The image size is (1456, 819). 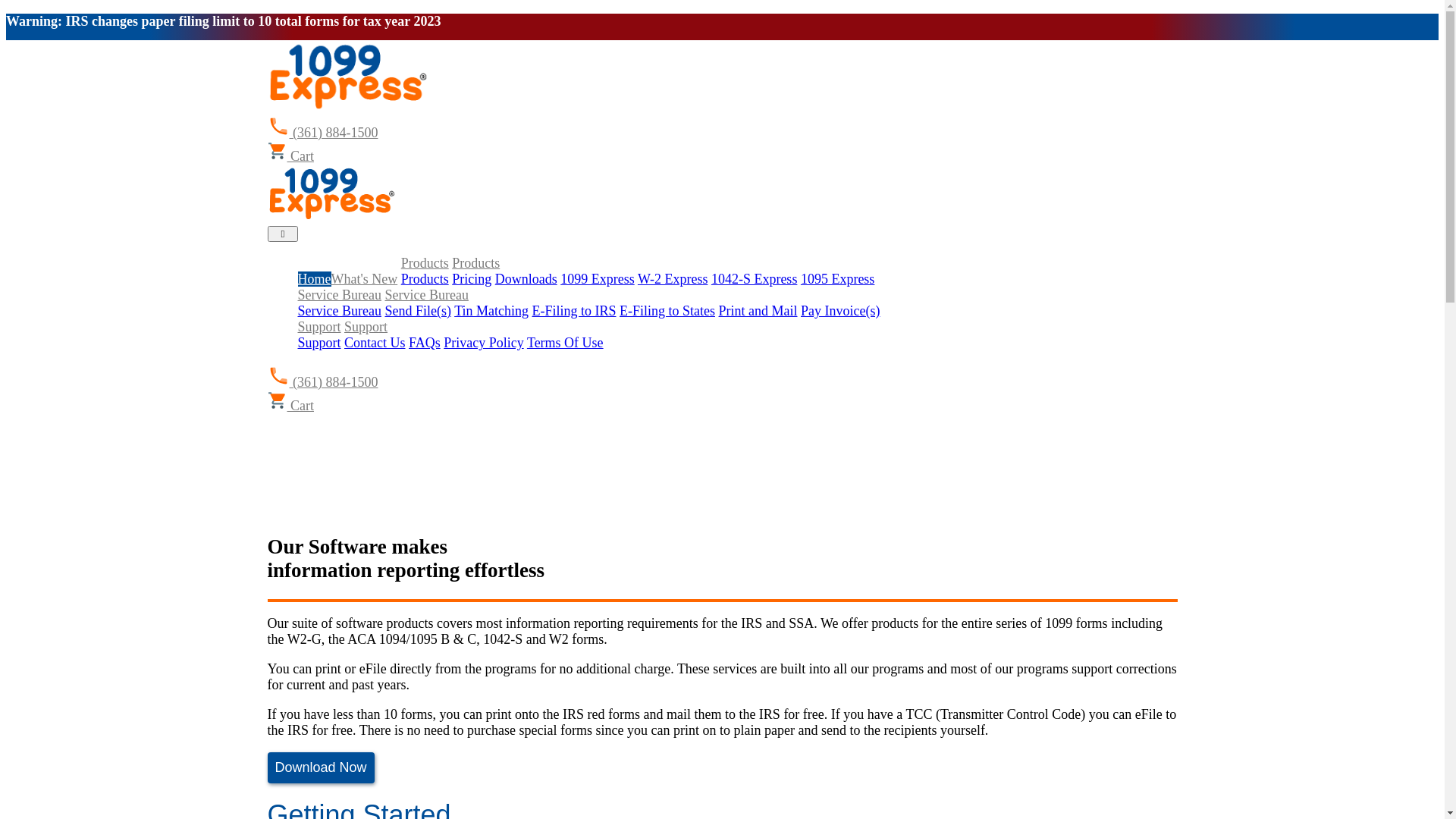 I want to click on 'Products', so click(x=425, y=278).